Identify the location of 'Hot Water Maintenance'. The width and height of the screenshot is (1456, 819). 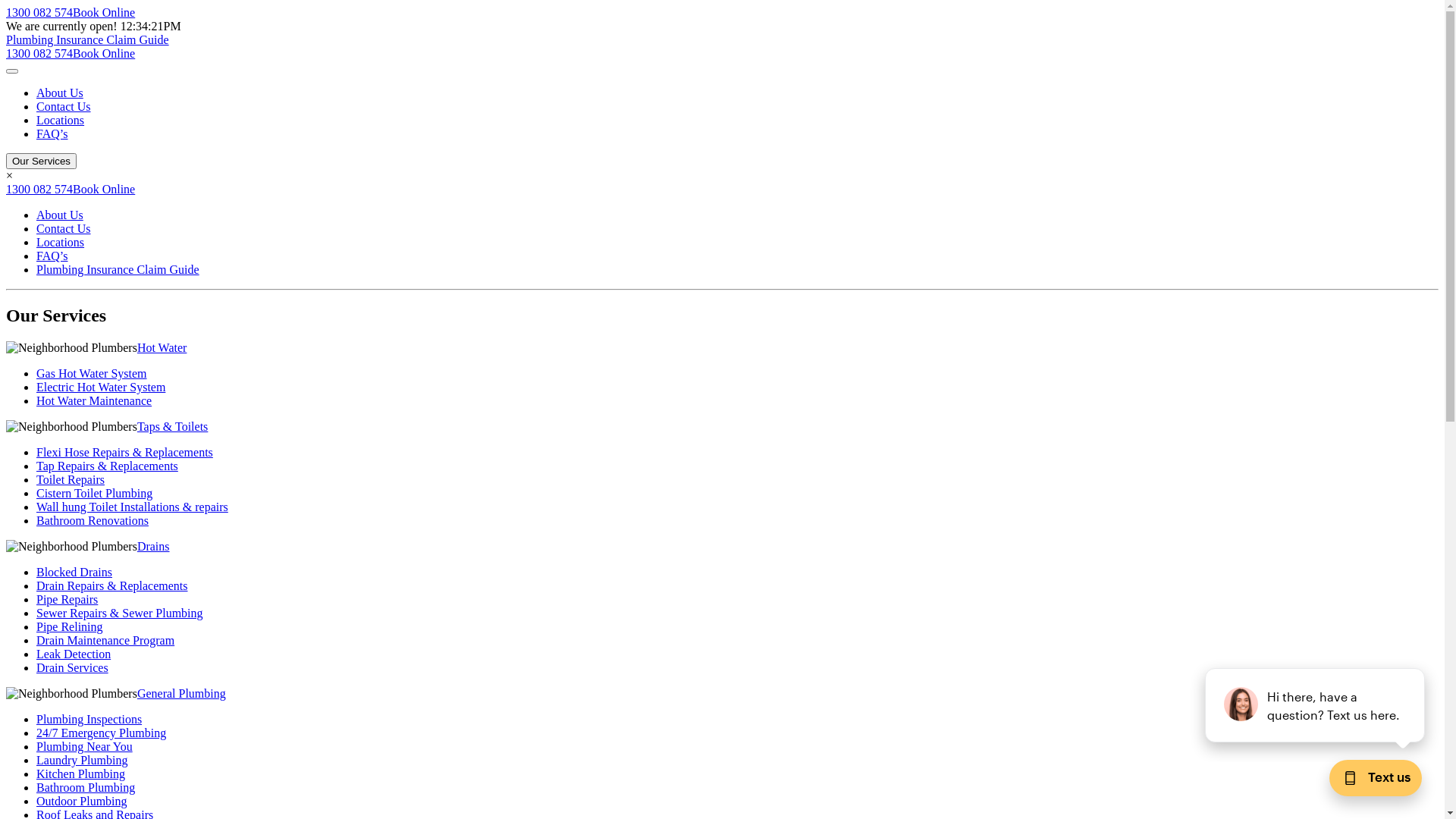
(36, 400).